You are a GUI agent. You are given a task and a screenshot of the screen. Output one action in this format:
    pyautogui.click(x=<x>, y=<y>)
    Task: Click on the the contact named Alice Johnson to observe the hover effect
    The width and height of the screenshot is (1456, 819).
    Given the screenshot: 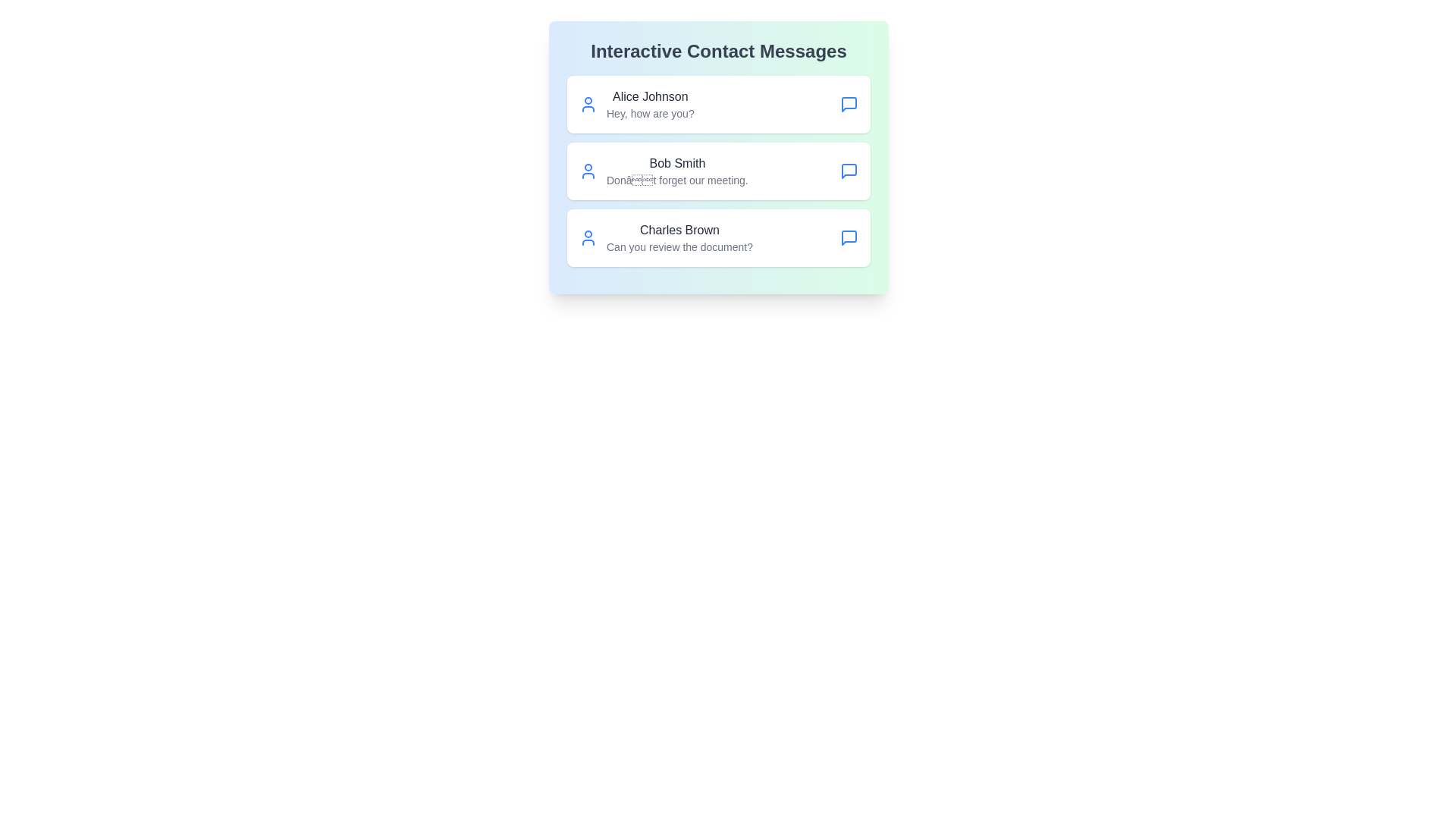 What is the action you would take?
    pyautogui.click(x=718, y=104)
    